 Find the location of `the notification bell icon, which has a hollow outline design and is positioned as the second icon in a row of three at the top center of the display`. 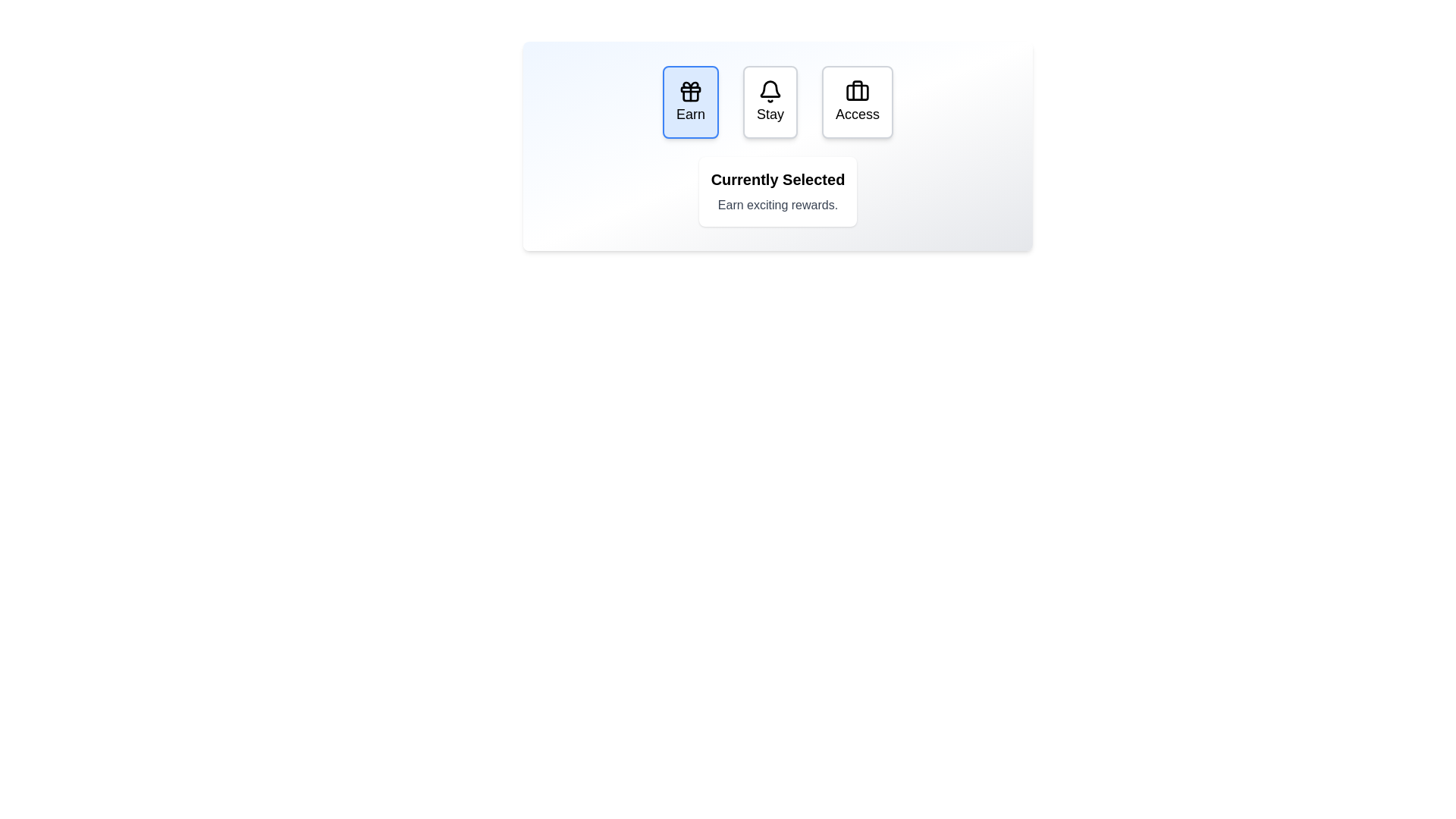

the notification bell icon, which has a hollow outline design and is positioned as the second icon in a row of three at the top center of the display is located at coordinates (770, 89).